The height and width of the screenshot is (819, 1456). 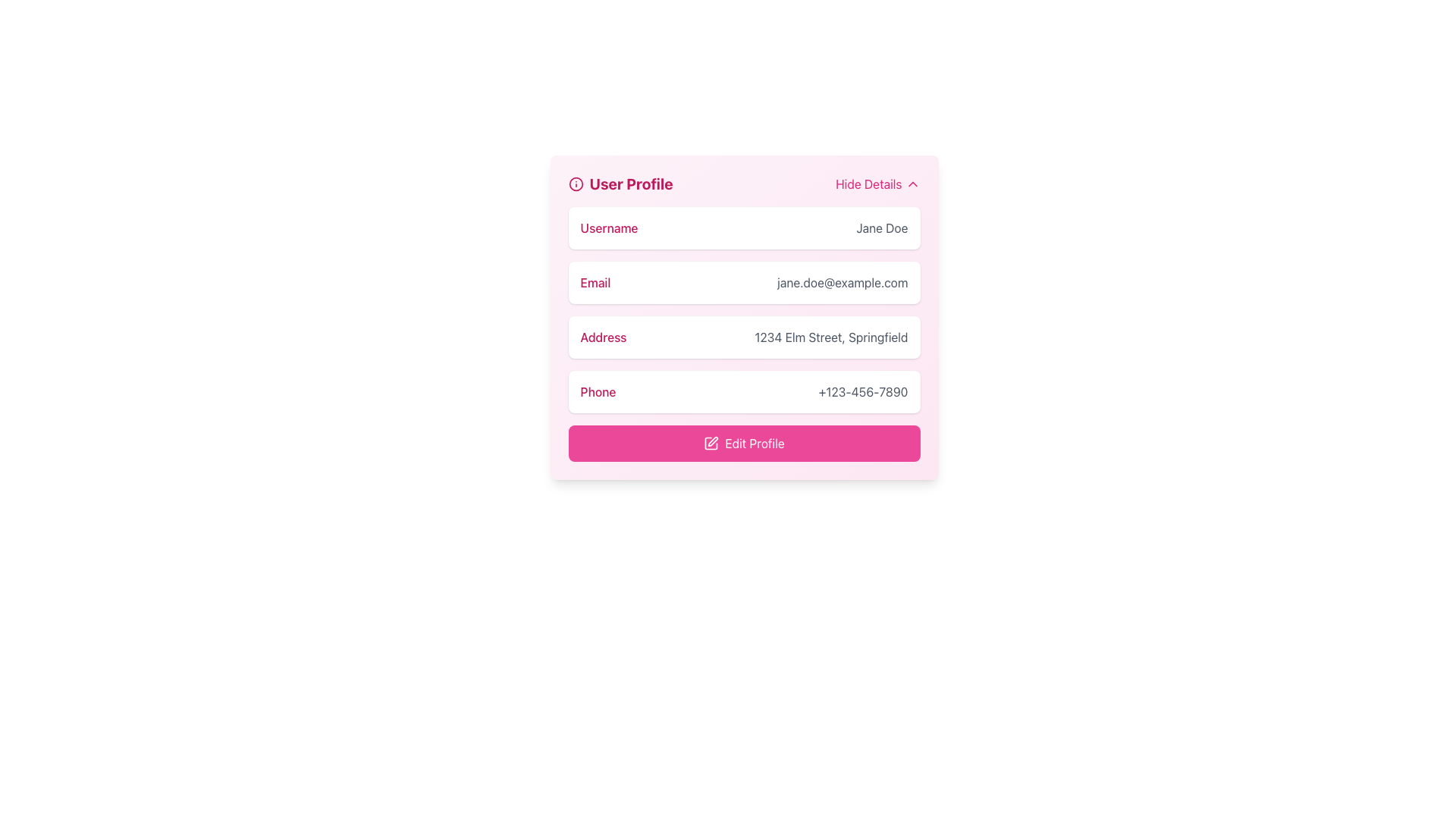 What do you see at coordinates (595, 283) in the screenshot?
I see `the static label positioned to the left of the email address input 'jane.doe@example.com' in the second row of the user profile card` at bounding box center [595, 283].